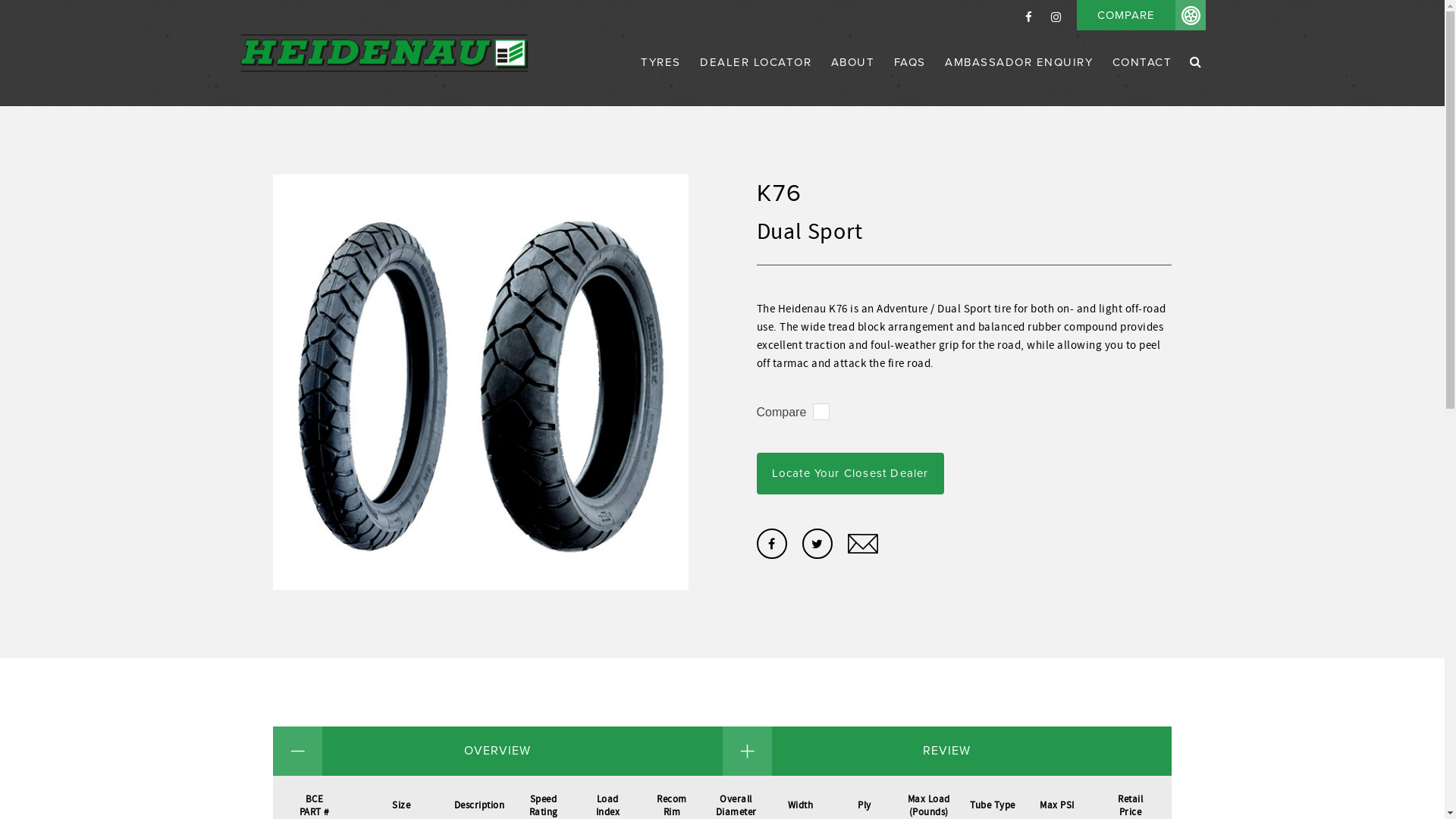  Describe the element at coordinates (782, 412) in the screenshot. I see `'Compare'` at that location.